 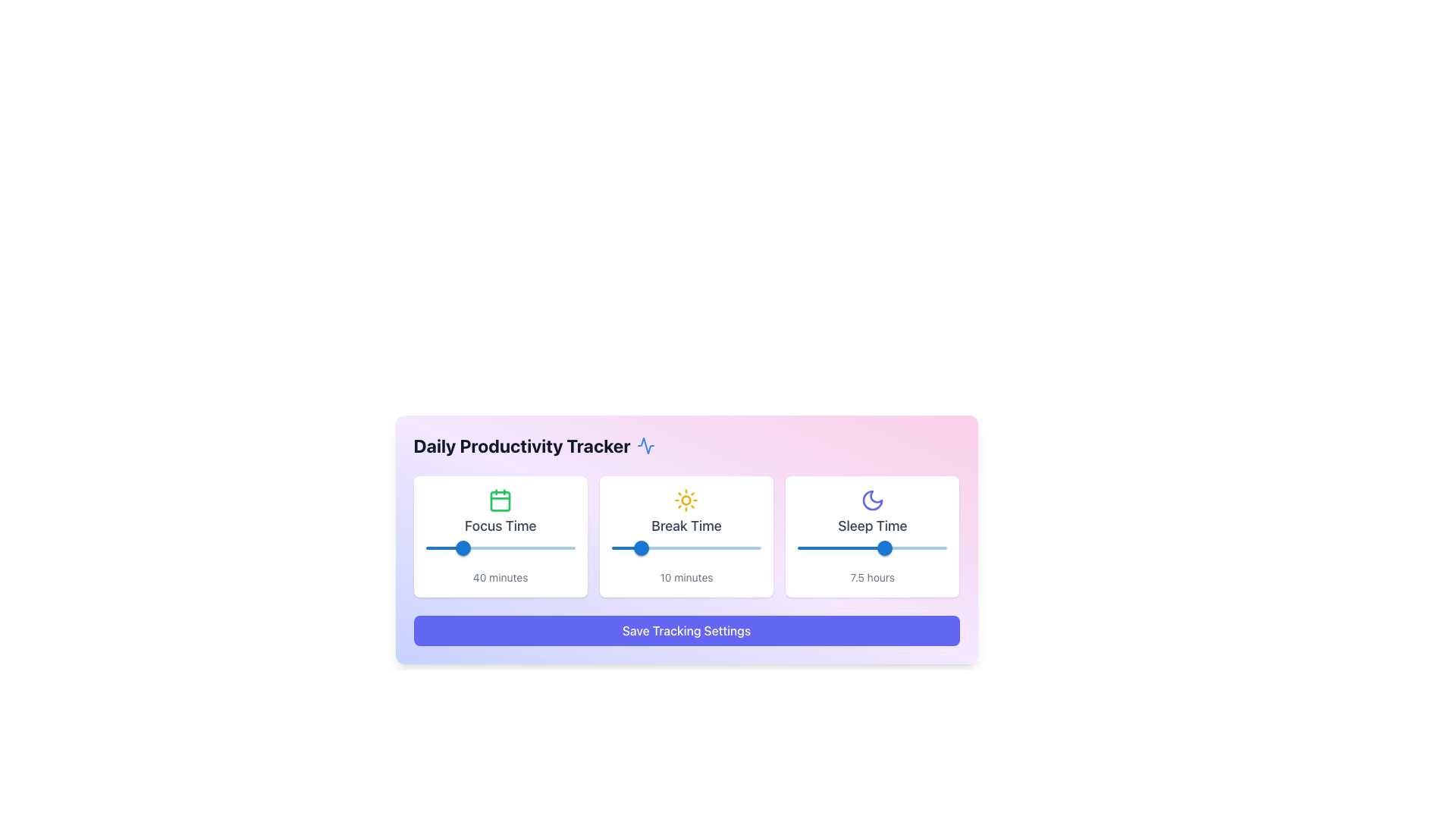 What do you see at coordinates (758, 548) in the screenshot?
I see `break time` at bounding box center [758, 548].